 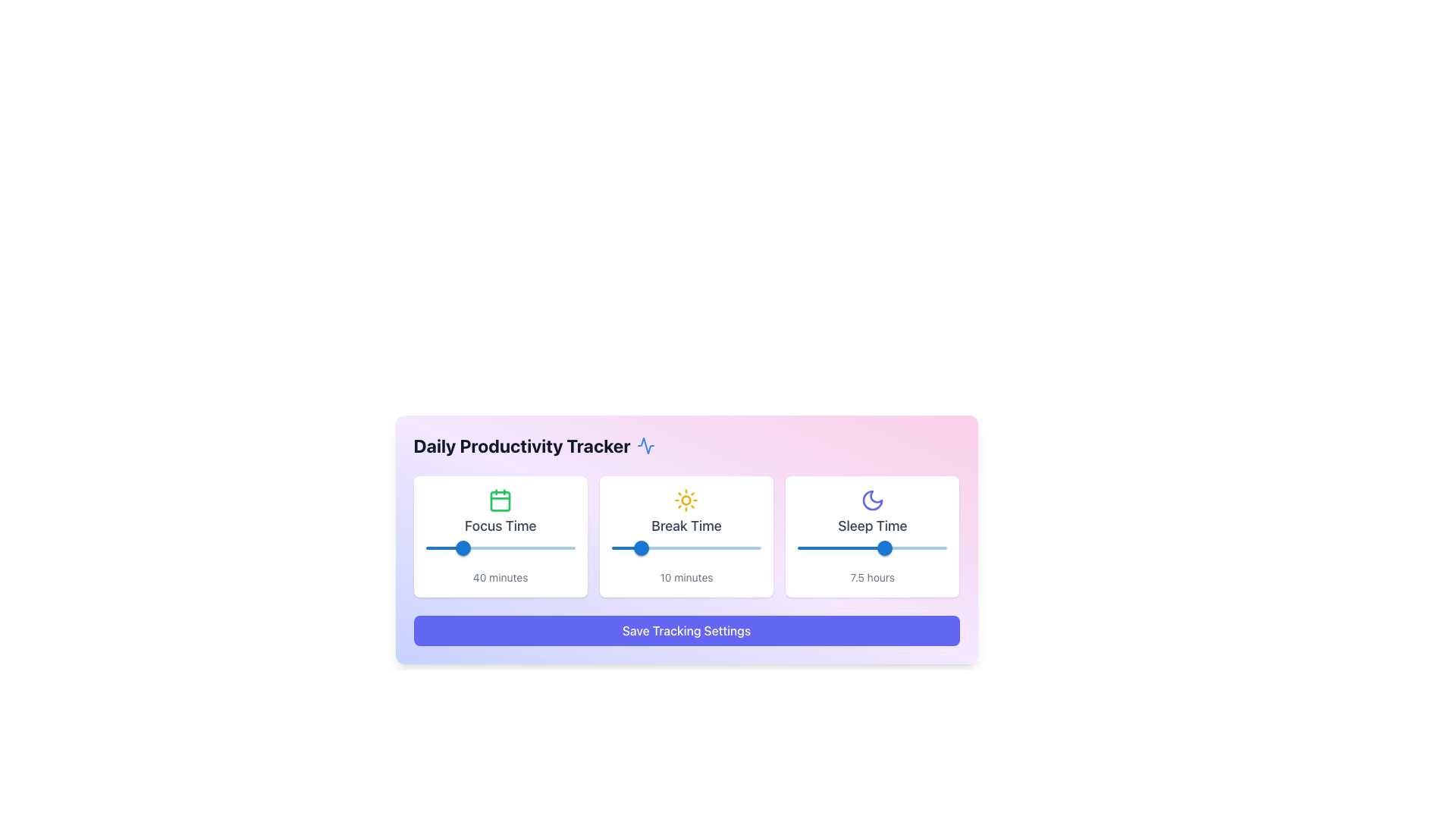 What do you see at coordinates (758, 548) in the screenshot?
I see `break time` at bounding box center [758, 548].